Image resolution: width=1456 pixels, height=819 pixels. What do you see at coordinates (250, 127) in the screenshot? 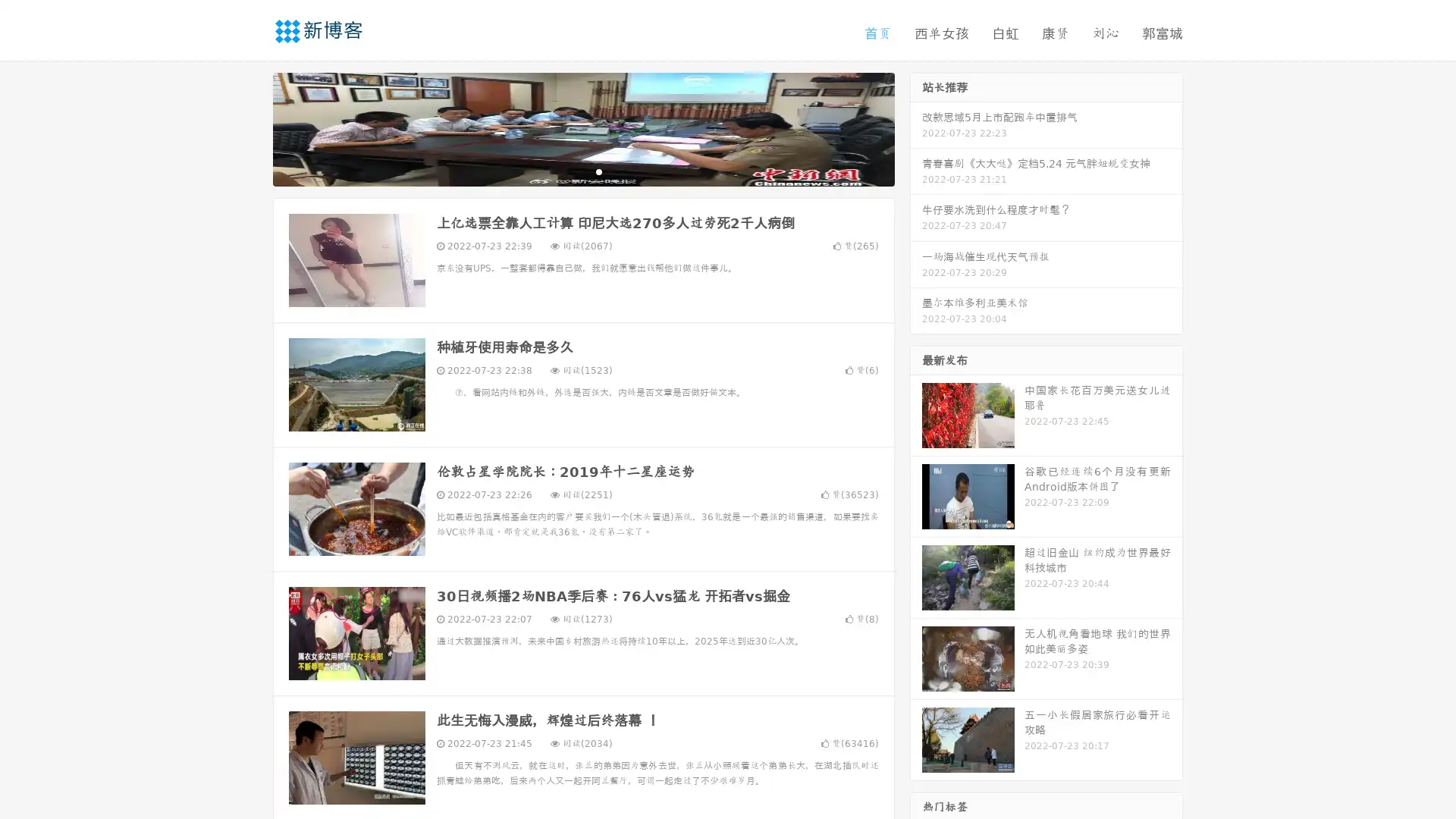
I see `Previous slide` at bounding box center [250, 127].